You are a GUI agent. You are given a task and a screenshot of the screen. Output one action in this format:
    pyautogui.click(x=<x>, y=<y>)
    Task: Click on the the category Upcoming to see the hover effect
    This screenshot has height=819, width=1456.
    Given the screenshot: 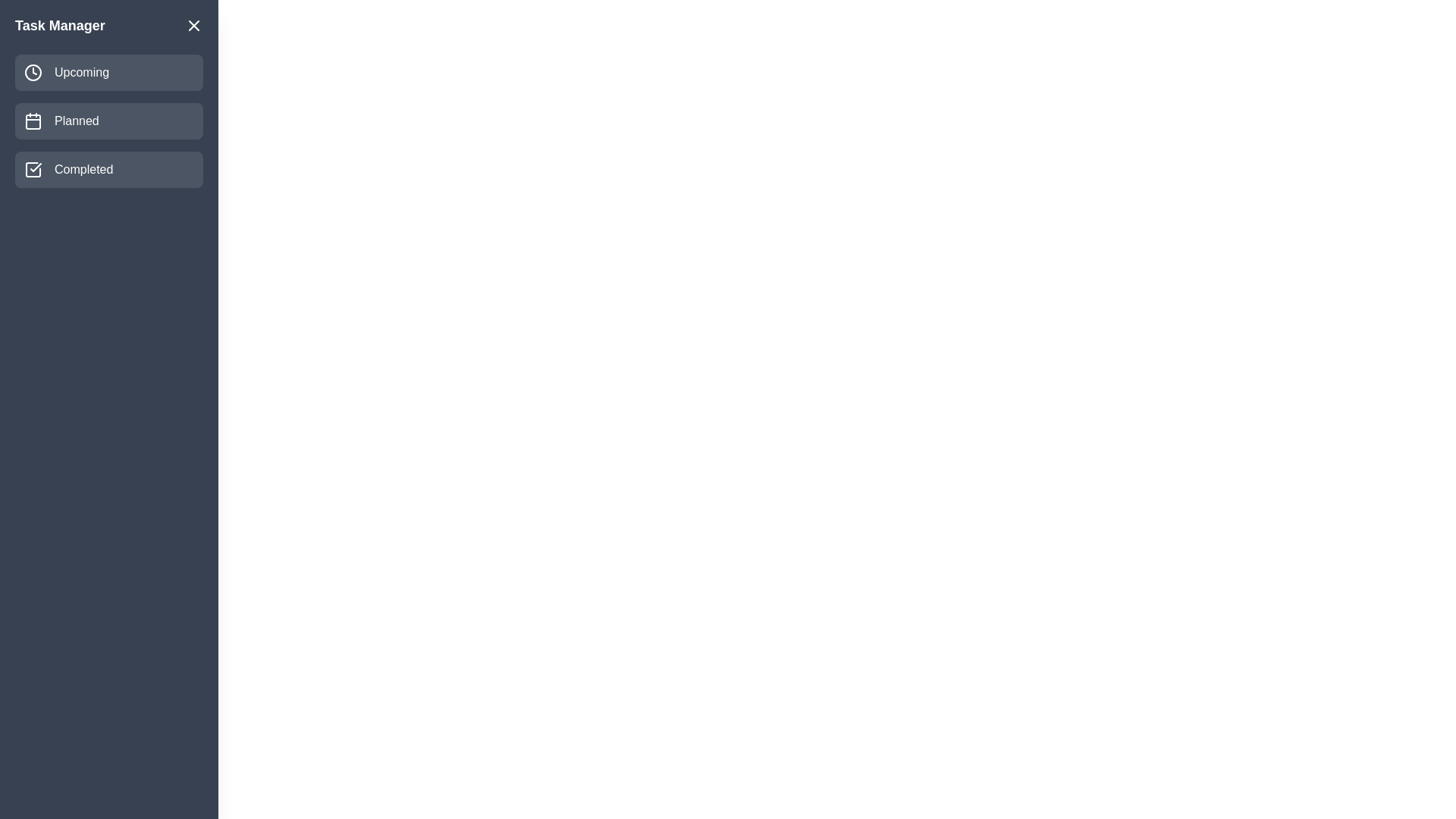 What is the action you would take?
    pyautogui.click(x=108, y=73)
    